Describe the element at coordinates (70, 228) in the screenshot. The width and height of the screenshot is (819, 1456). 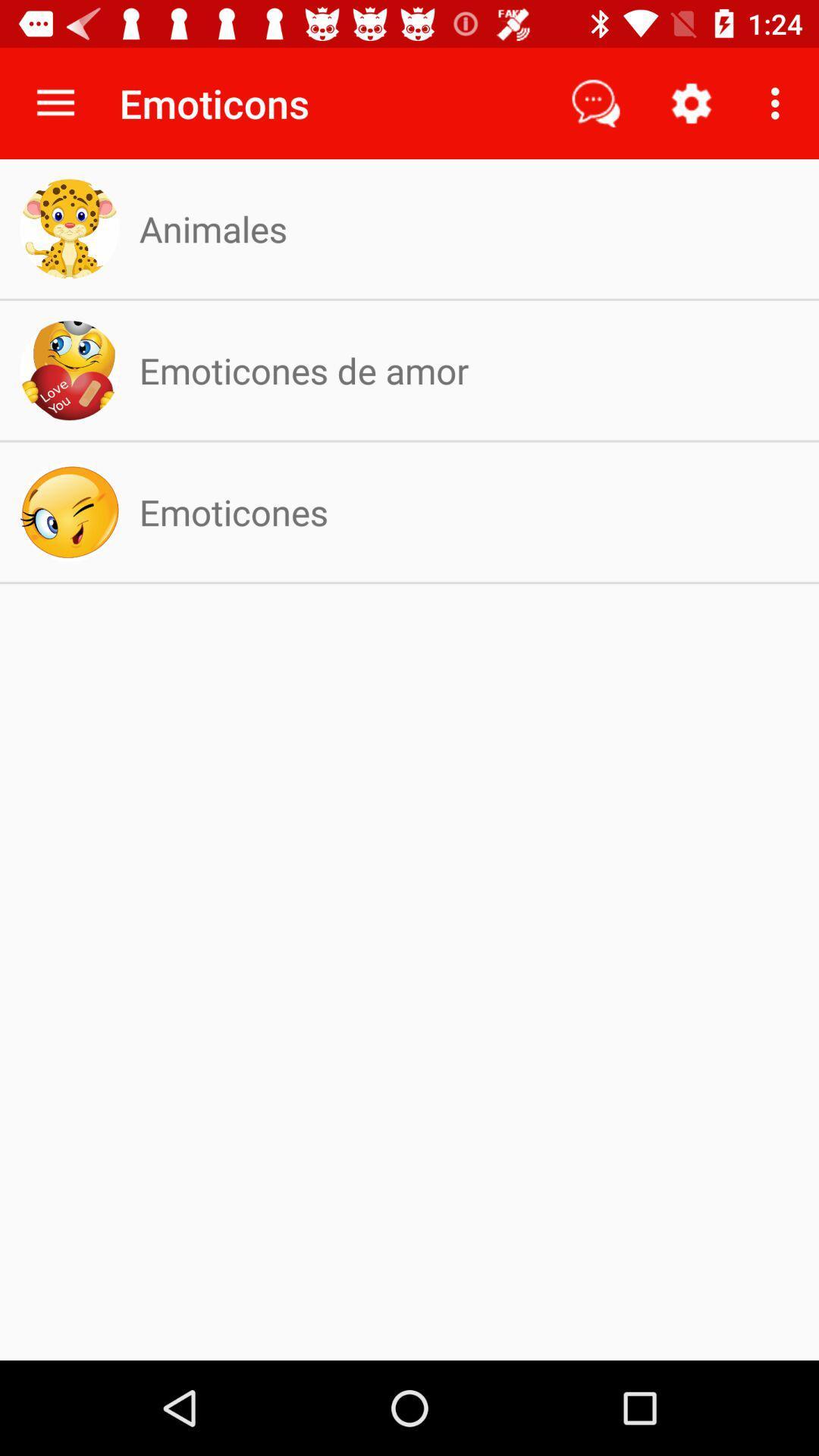
I see `the logo beside animales` at that location.